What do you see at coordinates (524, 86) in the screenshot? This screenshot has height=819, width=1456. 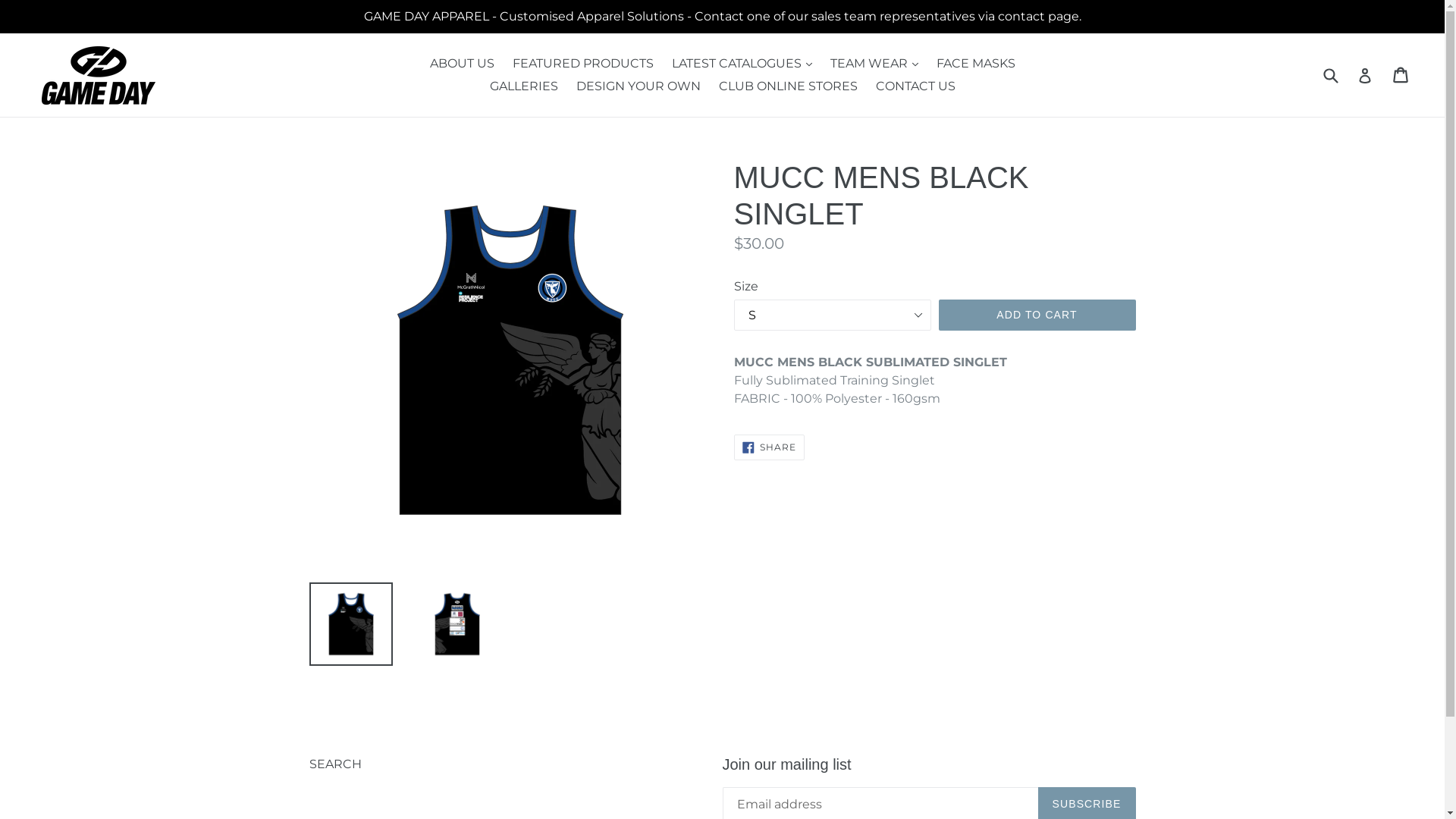 I see `'GALLERIES'` at bounding box center [524, 86].